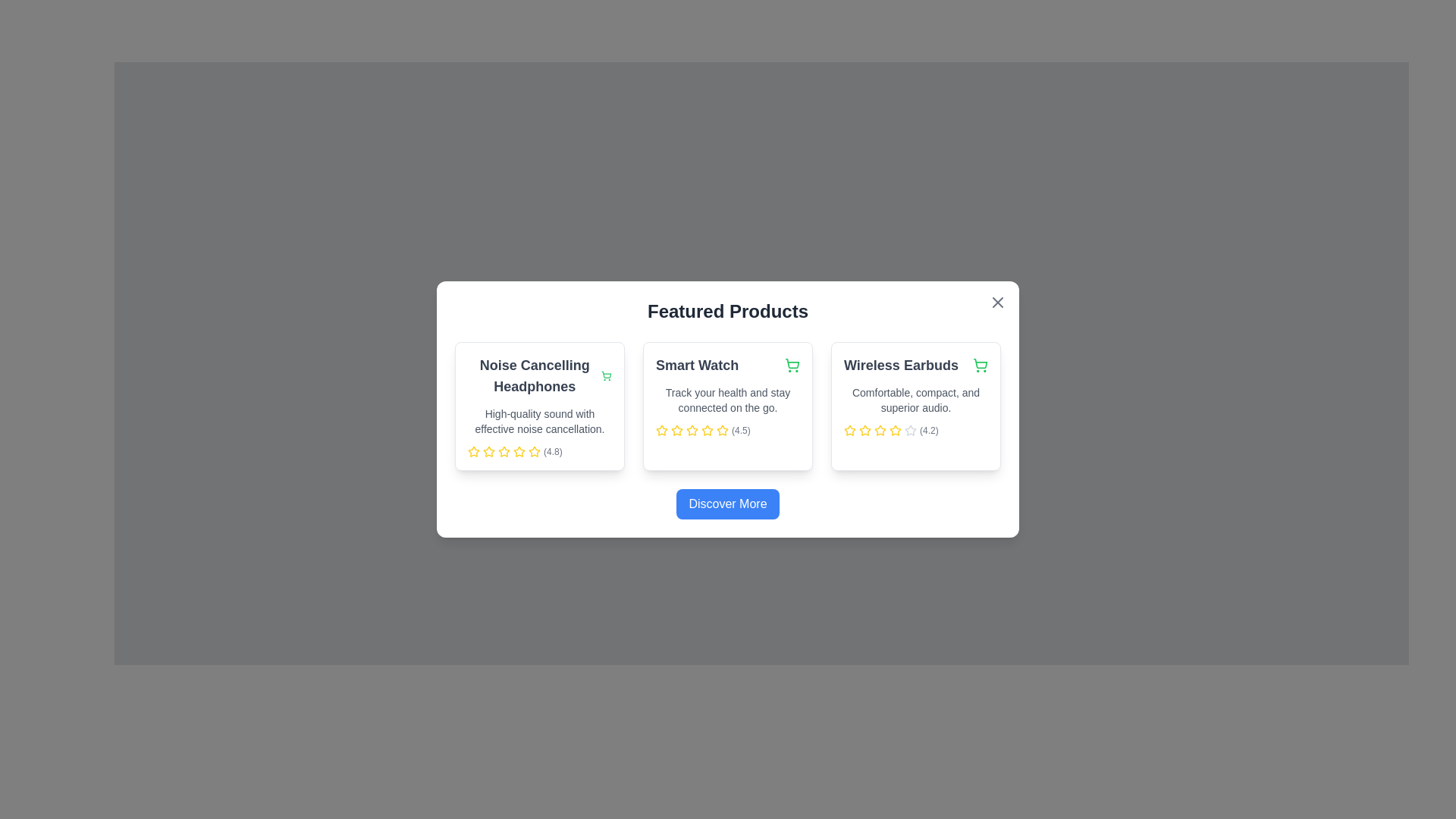 This screenshot has width=1456, height=819. Describe the element at coordinates (864, 430) in the screenshot. I see `the first star icon in the 5-star rating system under the product card for 'Wireless Earbuds' to interact with the rating` at that location.